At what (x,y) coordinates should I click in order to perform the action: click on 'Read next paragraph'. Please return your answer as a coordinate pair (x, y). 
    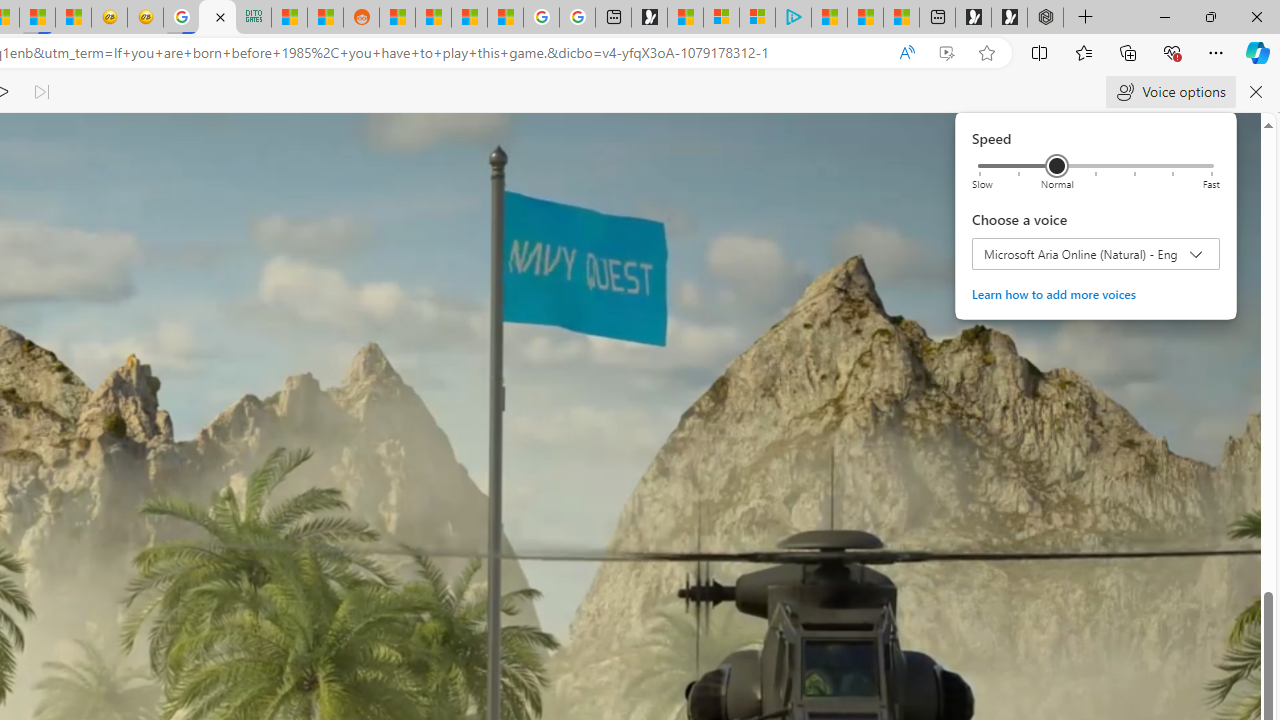
    Looking at the image, I should click on (40, 92).